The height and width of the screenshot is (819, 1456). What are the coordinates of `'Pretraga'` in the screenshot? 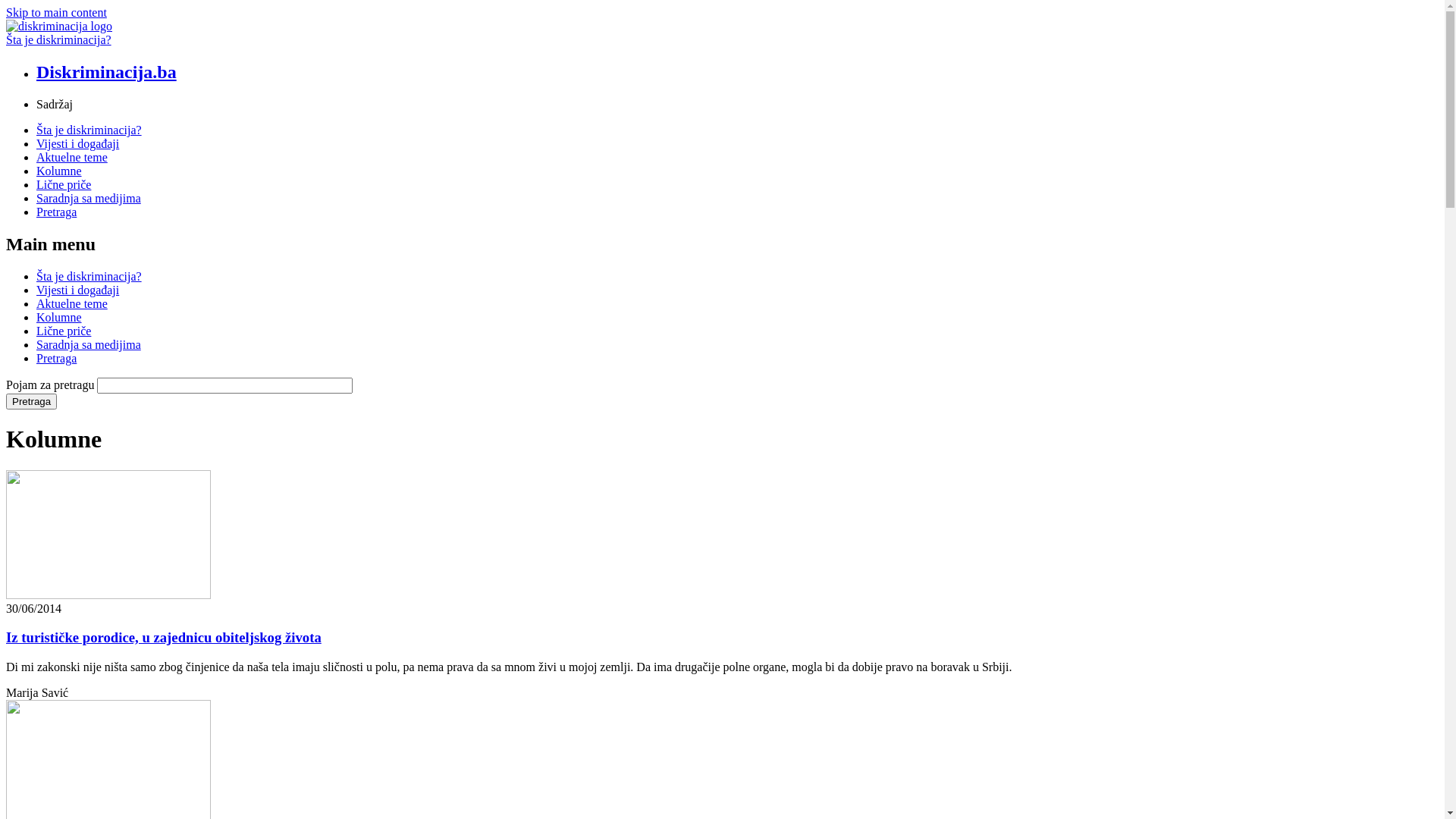 It's located at (56, 358).